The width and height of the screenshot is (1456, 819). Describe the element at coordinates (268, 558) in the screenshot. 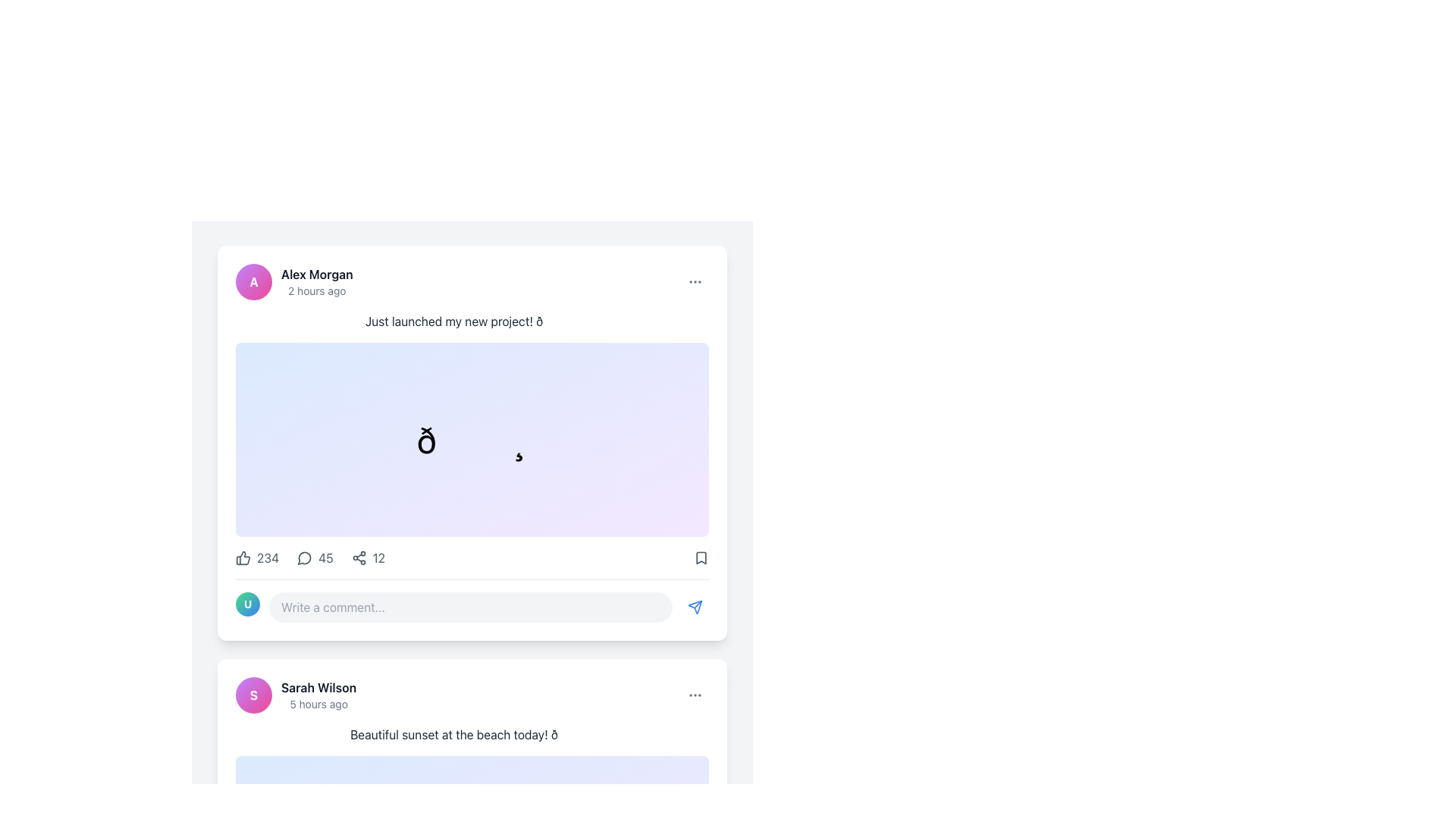

I see `the numerical text displaying the count of likes or approvals located to the right of the thumbs-up icon in the bottom-left section of the post card` at that location.